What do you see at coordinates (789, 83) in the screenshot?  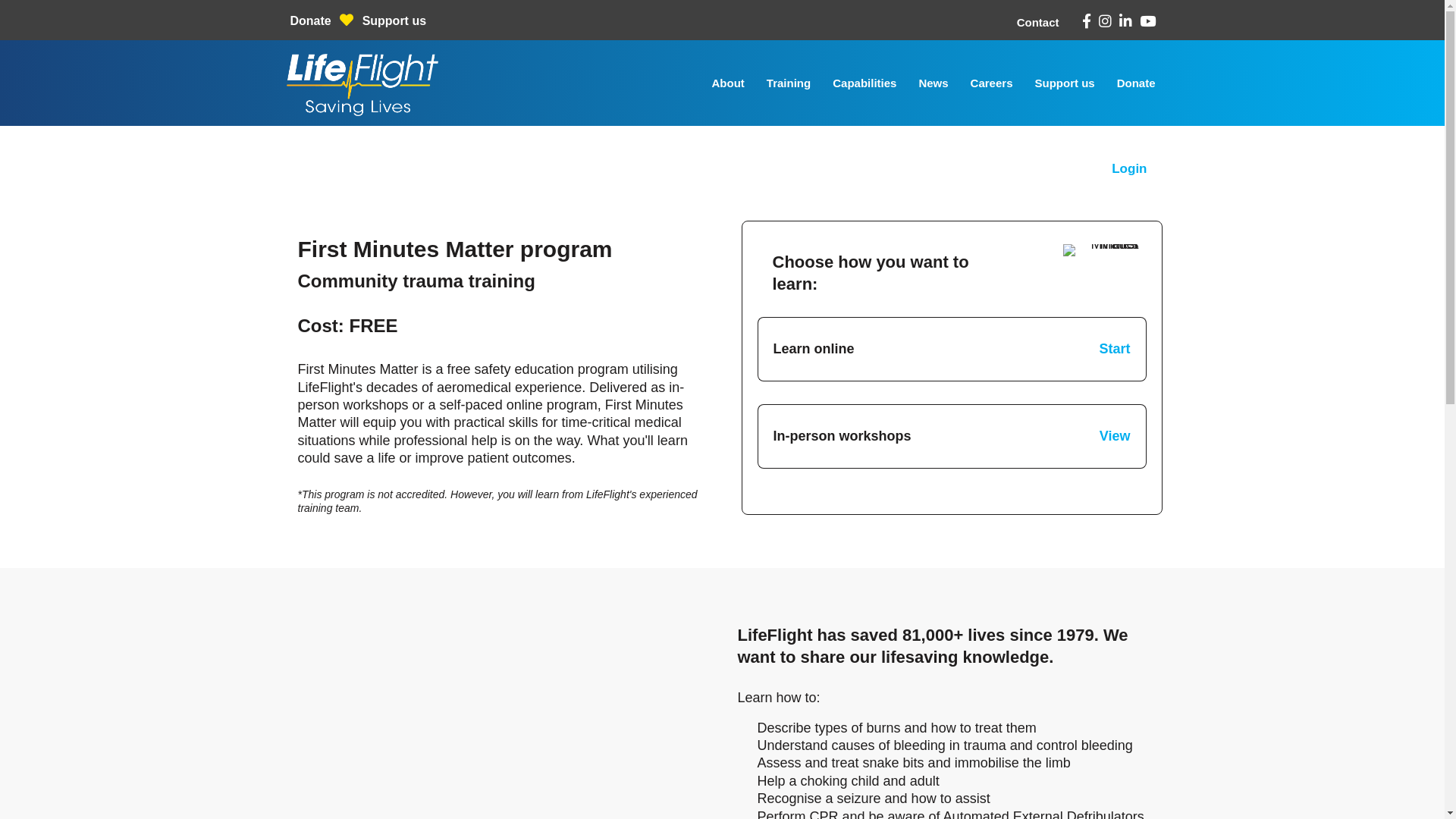 I see `'Training'` at bounding box center [789, 83].